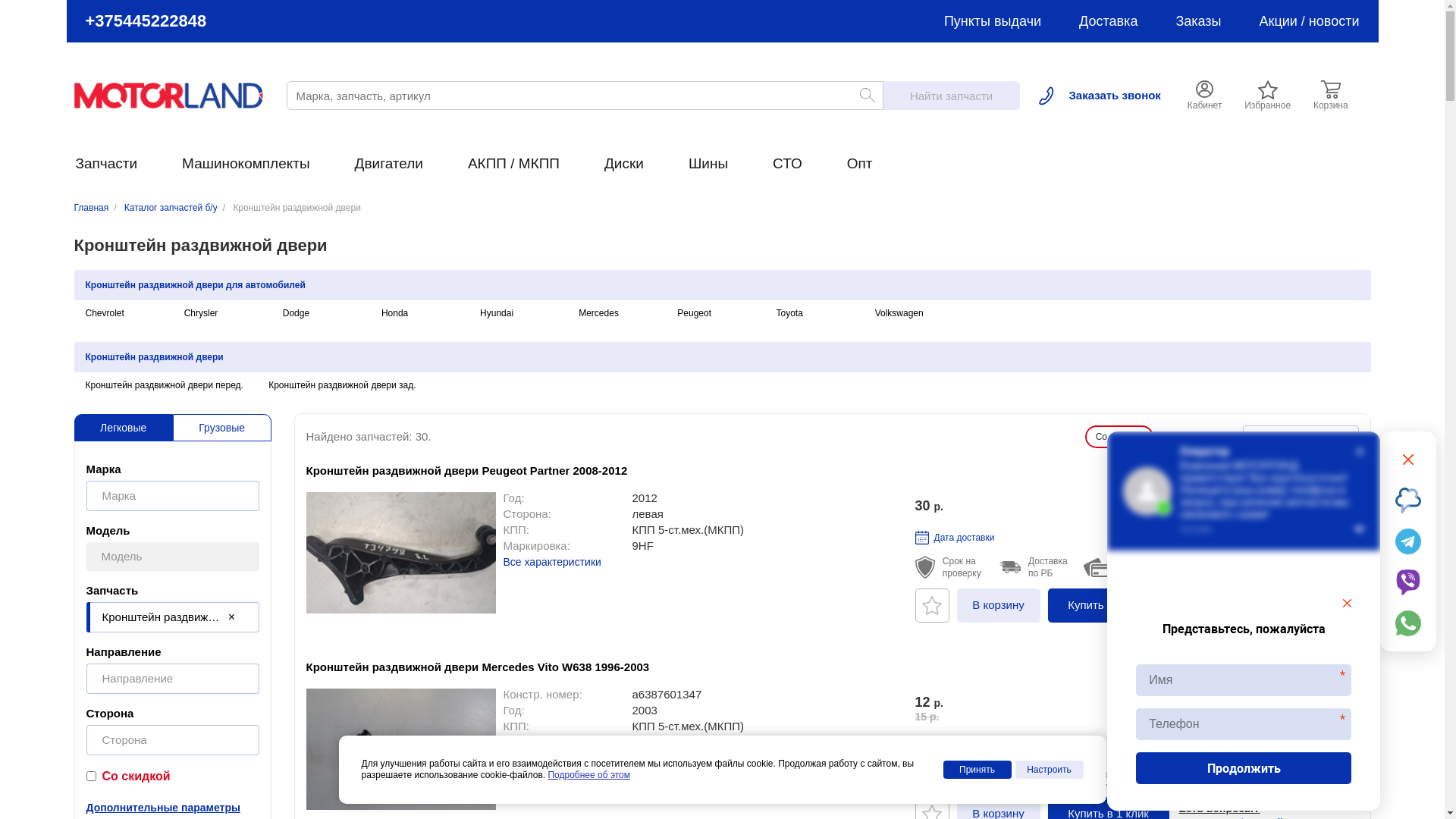 Image resolution: width=1456 pixels, height=819 pixels. I want to click on 'Toyota', so click(789, 312).